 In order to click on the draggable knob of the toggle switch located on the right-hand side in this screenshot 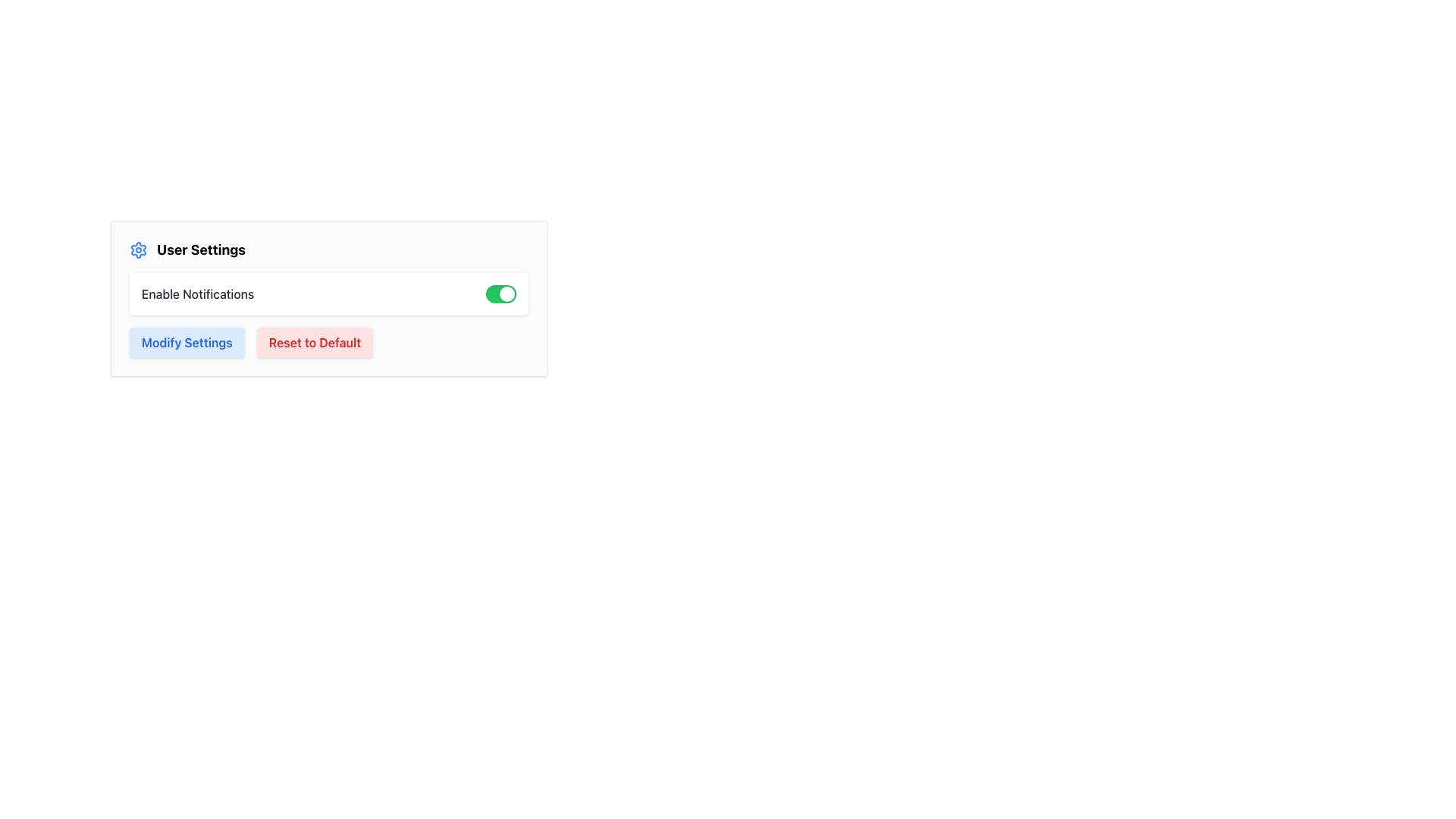, I will do `click(507, 294)`.